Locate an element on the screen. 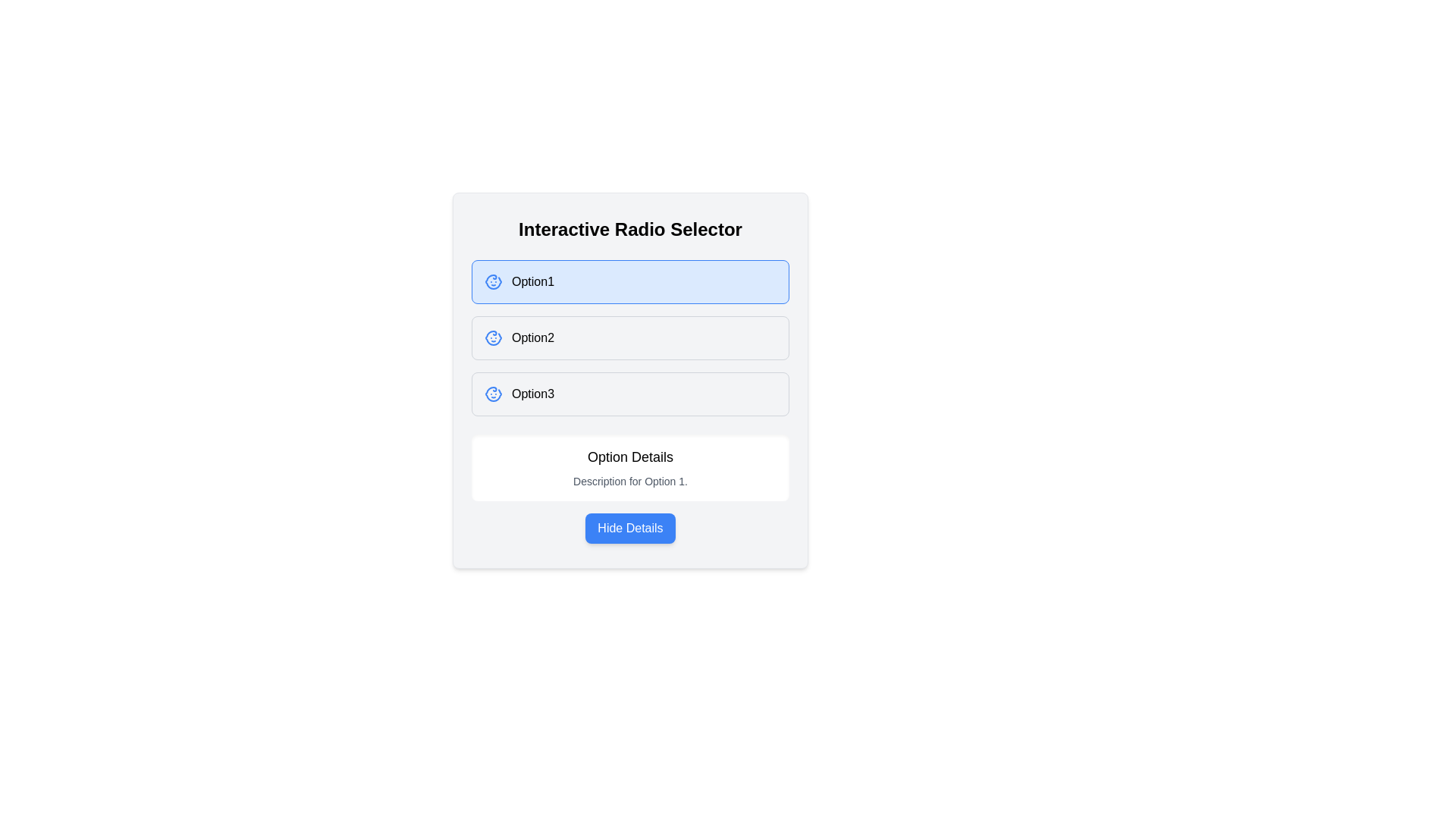 The image size is (1456, 819). the text label displaying 'Description for Option 1.', which is styled in gray and located below the 'Option Details' header is located at coordinates (630, 482).